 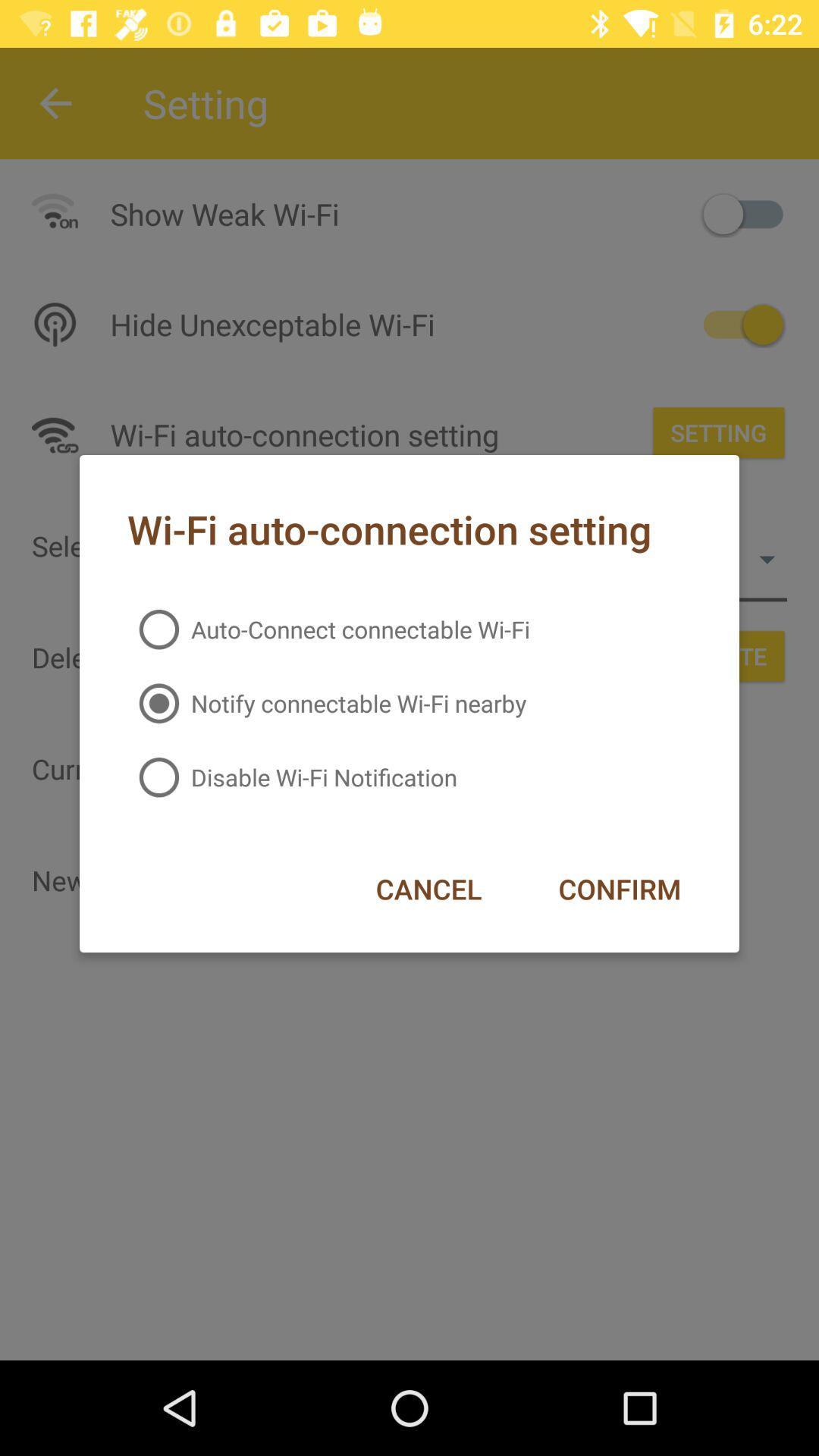 What do you see at coordinates (620, 889) in the screenshot?
I see `the confirm icon` at bounding box center [620, 889].